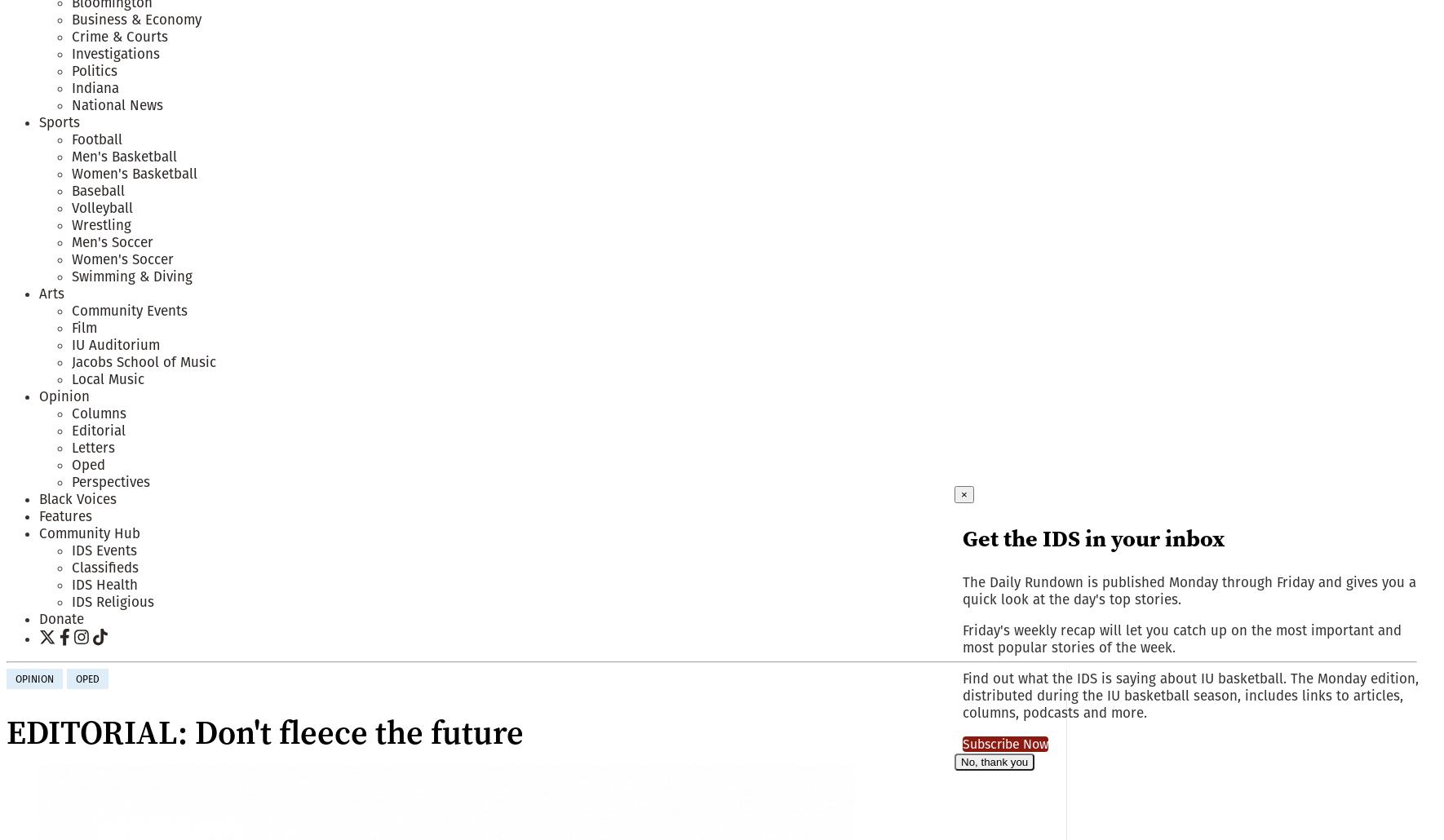 The image size is (1444, 840). I want to click on 'Opinion', so click(63, 395).